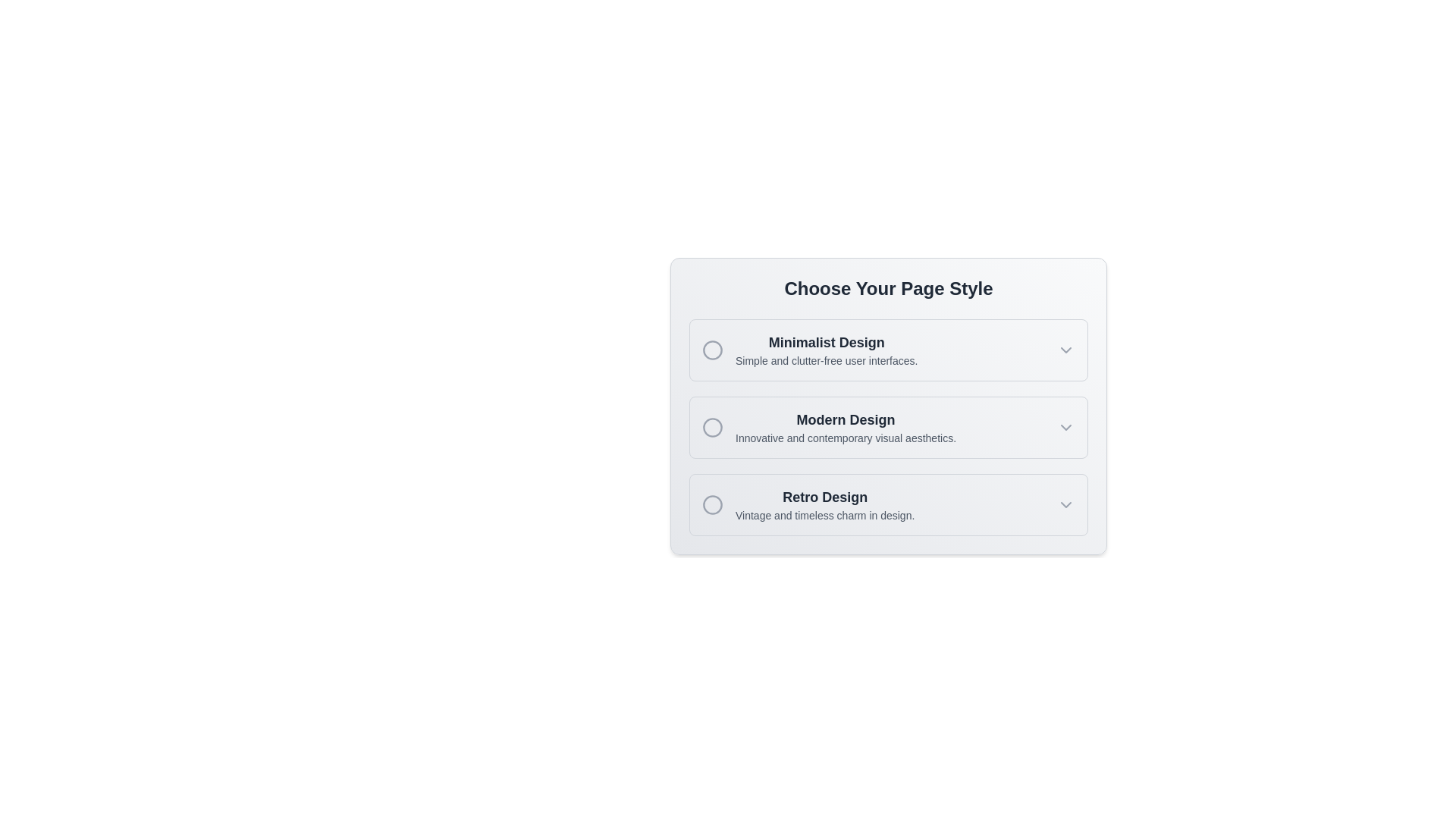 The height and width of the screenshot is (819, 1456). What do you see at coordinates (825, 350) in the screenshot?
I see `the first Text group element below the title 'Choose Your Page Style'` at bounding box center [825, 350].